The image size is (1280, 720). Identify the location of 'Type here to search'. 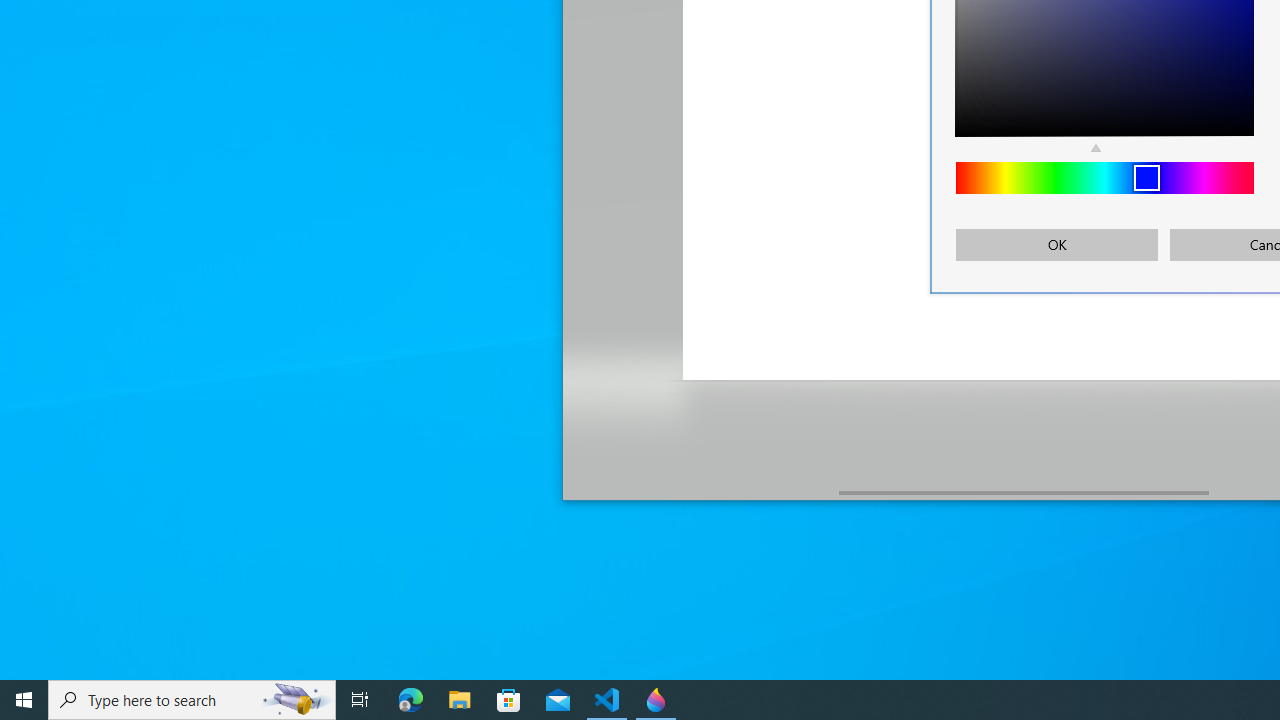
(192, 698).